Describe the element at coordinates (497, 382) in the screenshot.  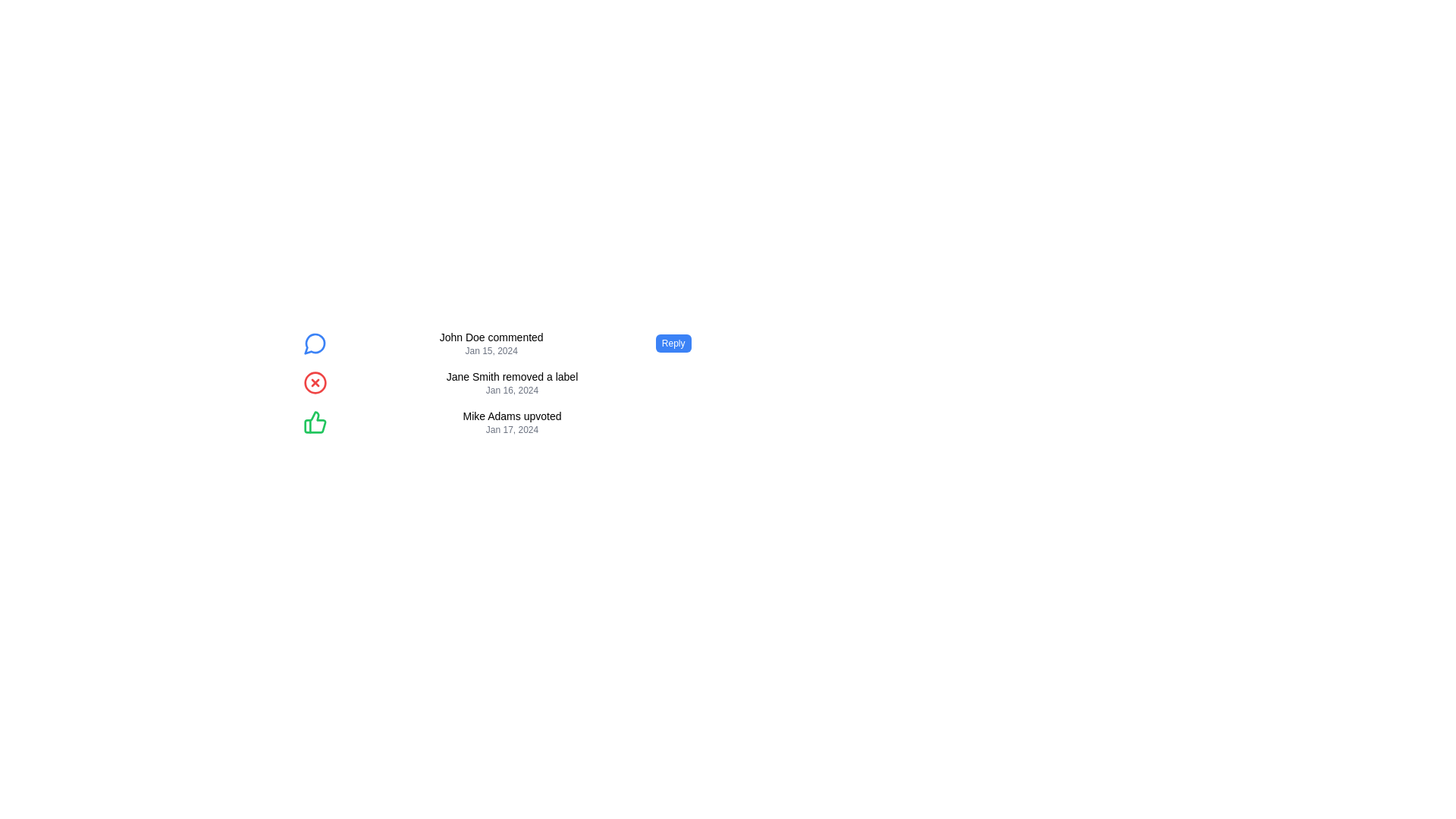
I see `the second entry in the list of activity entries, which shows 'Jane Smith removed a label'` at that location.